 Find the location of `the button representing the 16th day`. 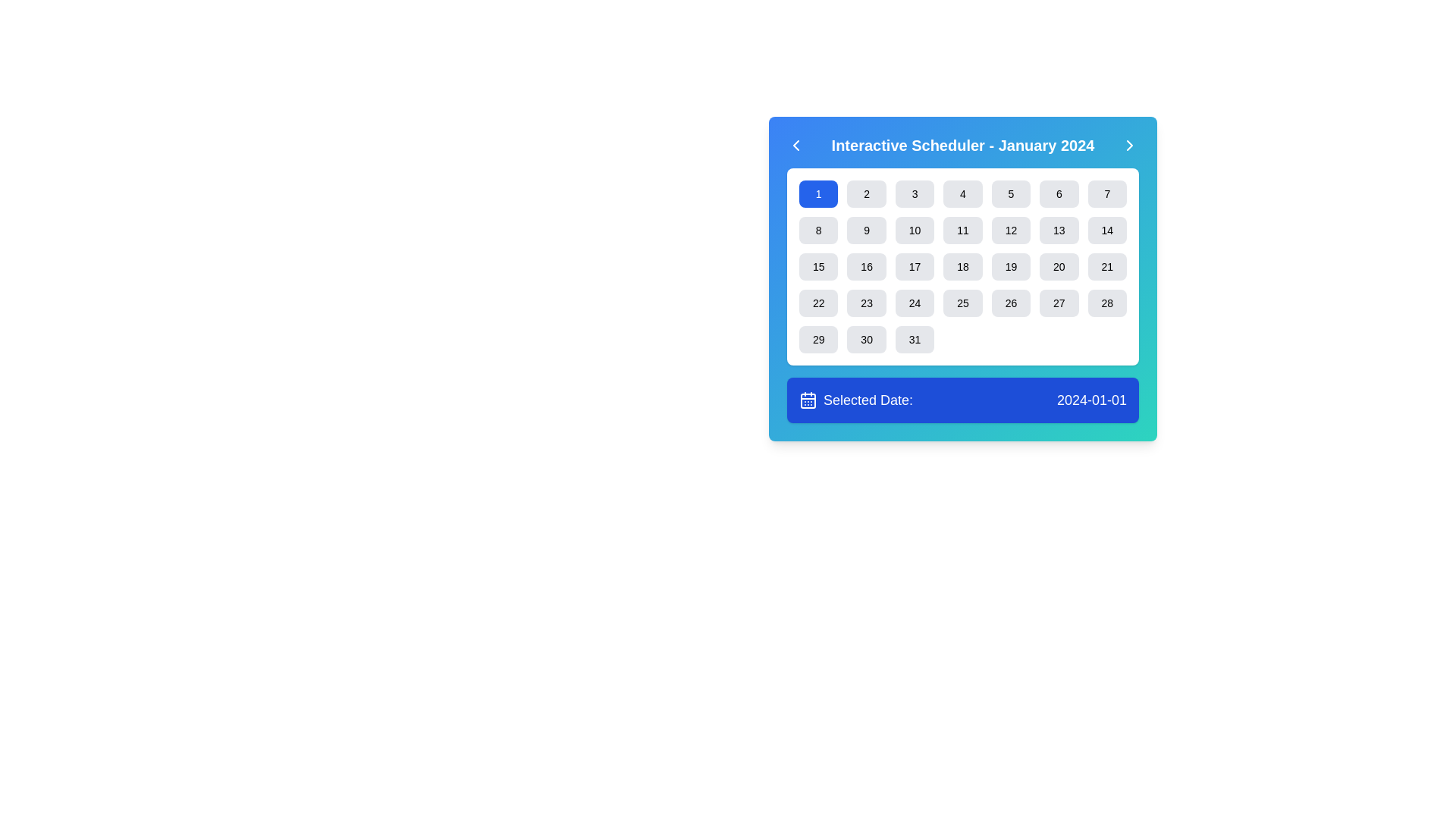

the button representing the 16th day is located at coordinates (867, 265).